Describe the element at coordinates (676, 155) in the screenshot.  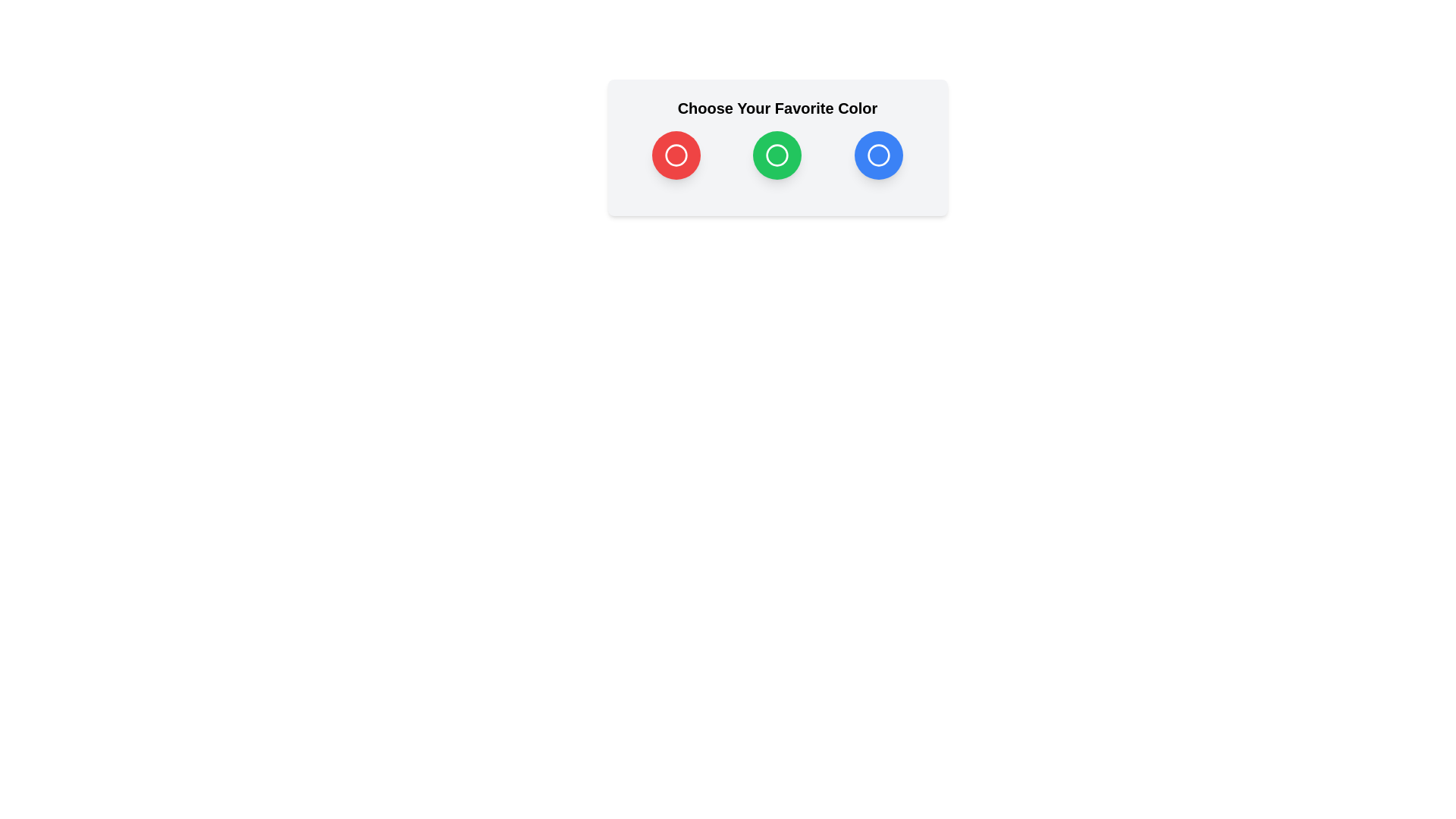
I see `the color button corresponding to Red` at that location.